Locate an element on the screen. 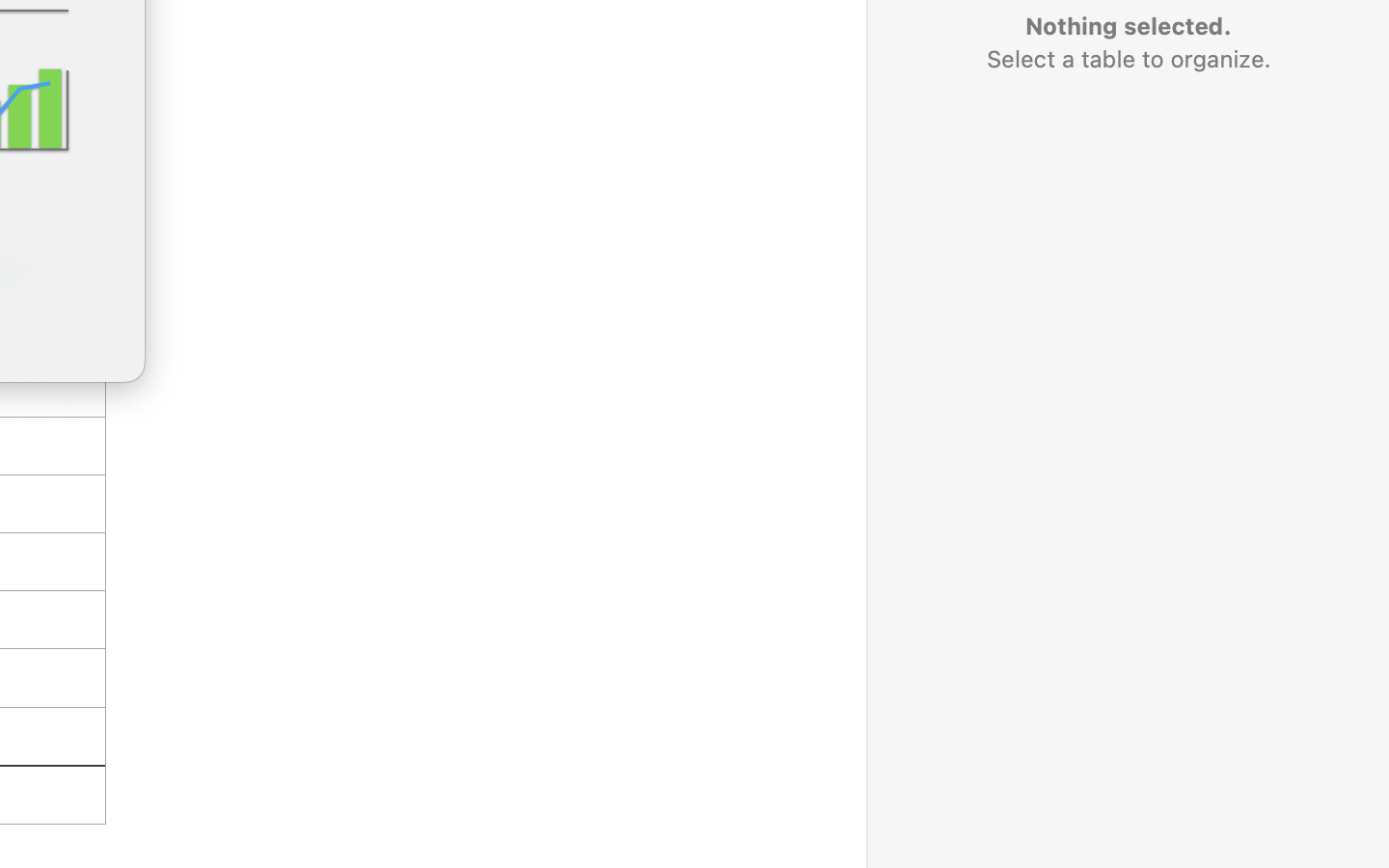 This screenshot has height=868, width=1389. 'Select a table to organize.' is located at coordinates (1127, 58).